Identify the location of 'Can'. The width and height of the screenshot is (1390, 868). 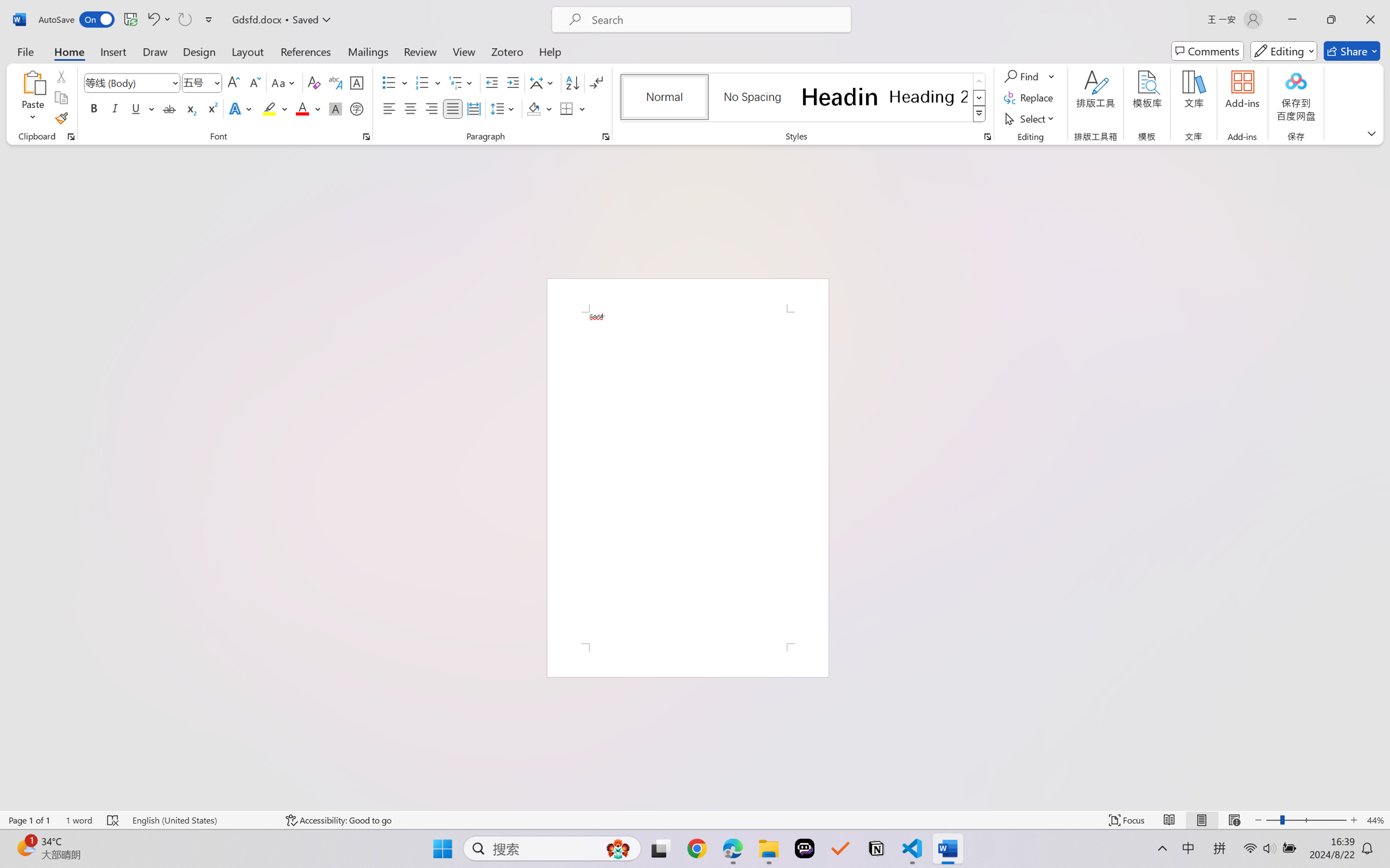
(184, 19).